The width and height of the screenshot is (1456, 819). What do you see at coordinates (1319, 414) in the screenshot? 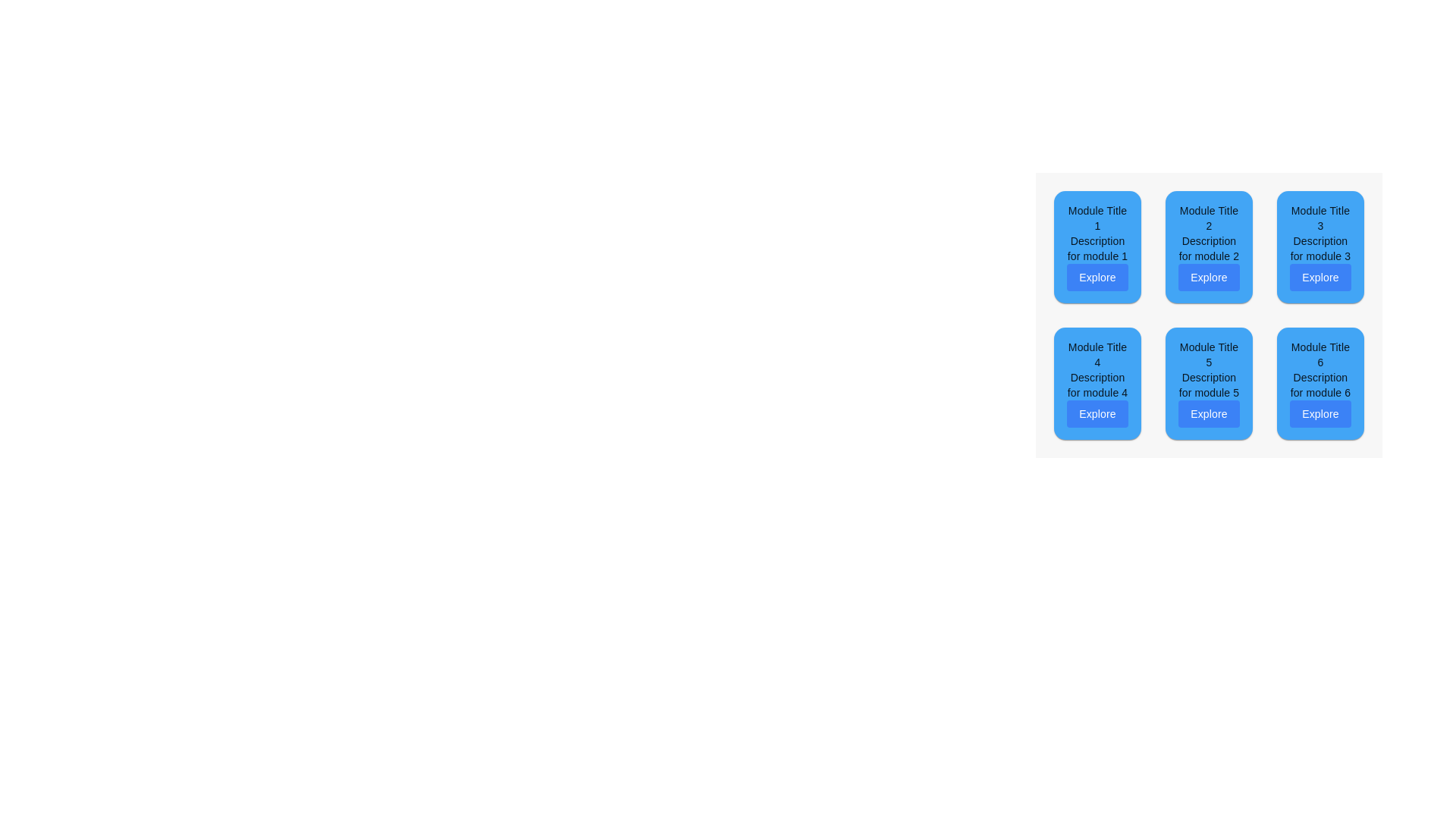
I see `the 'Explore' button, which is a rectangular button with rounded corners located at the bottom of the card titled 'Module Title 6' in the bottom-right position of a grid layout` at bounding box center [1319, 414].